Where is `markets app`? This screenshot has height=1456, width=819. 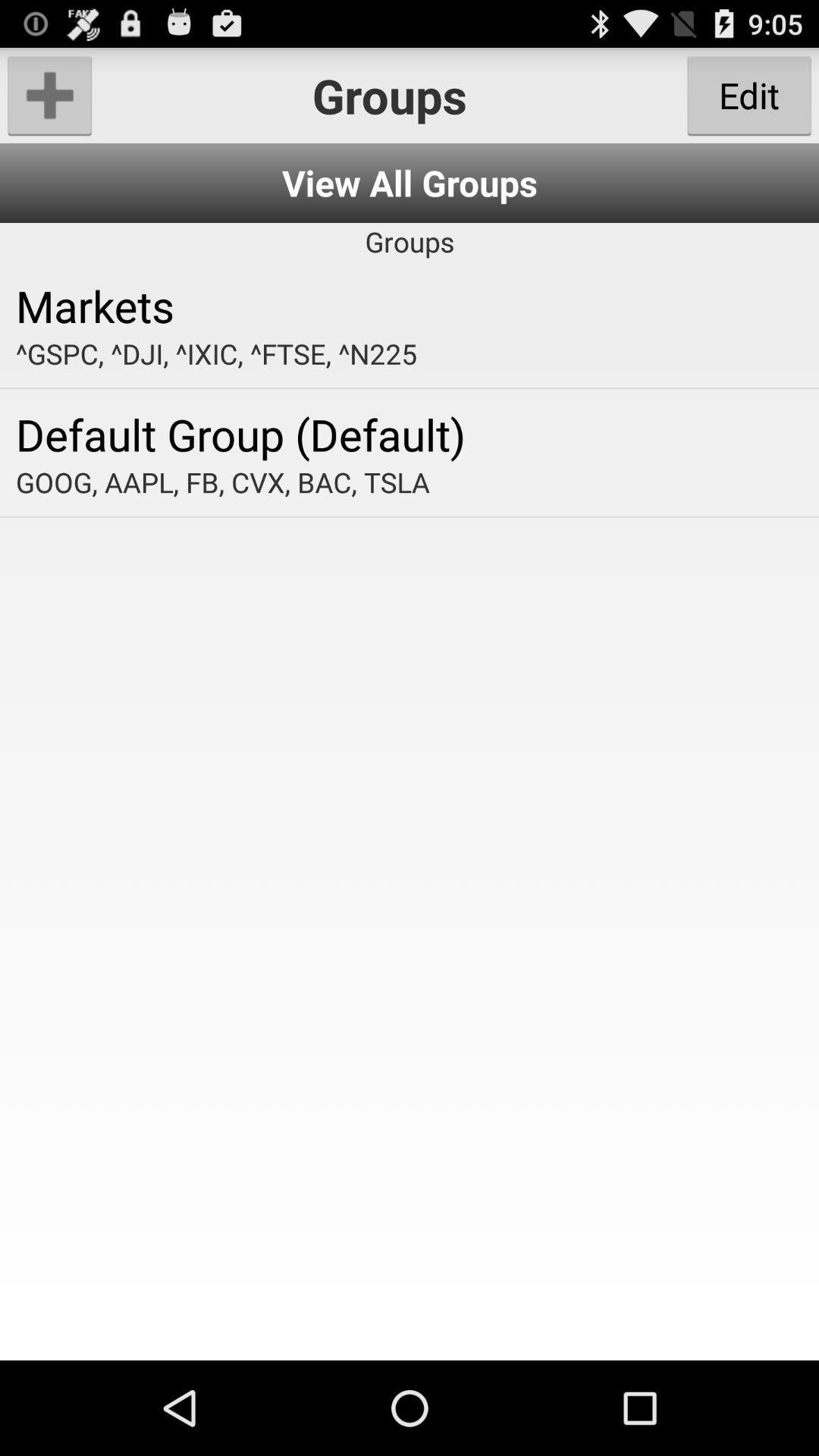 markets app is located at coordinates (409, 305).